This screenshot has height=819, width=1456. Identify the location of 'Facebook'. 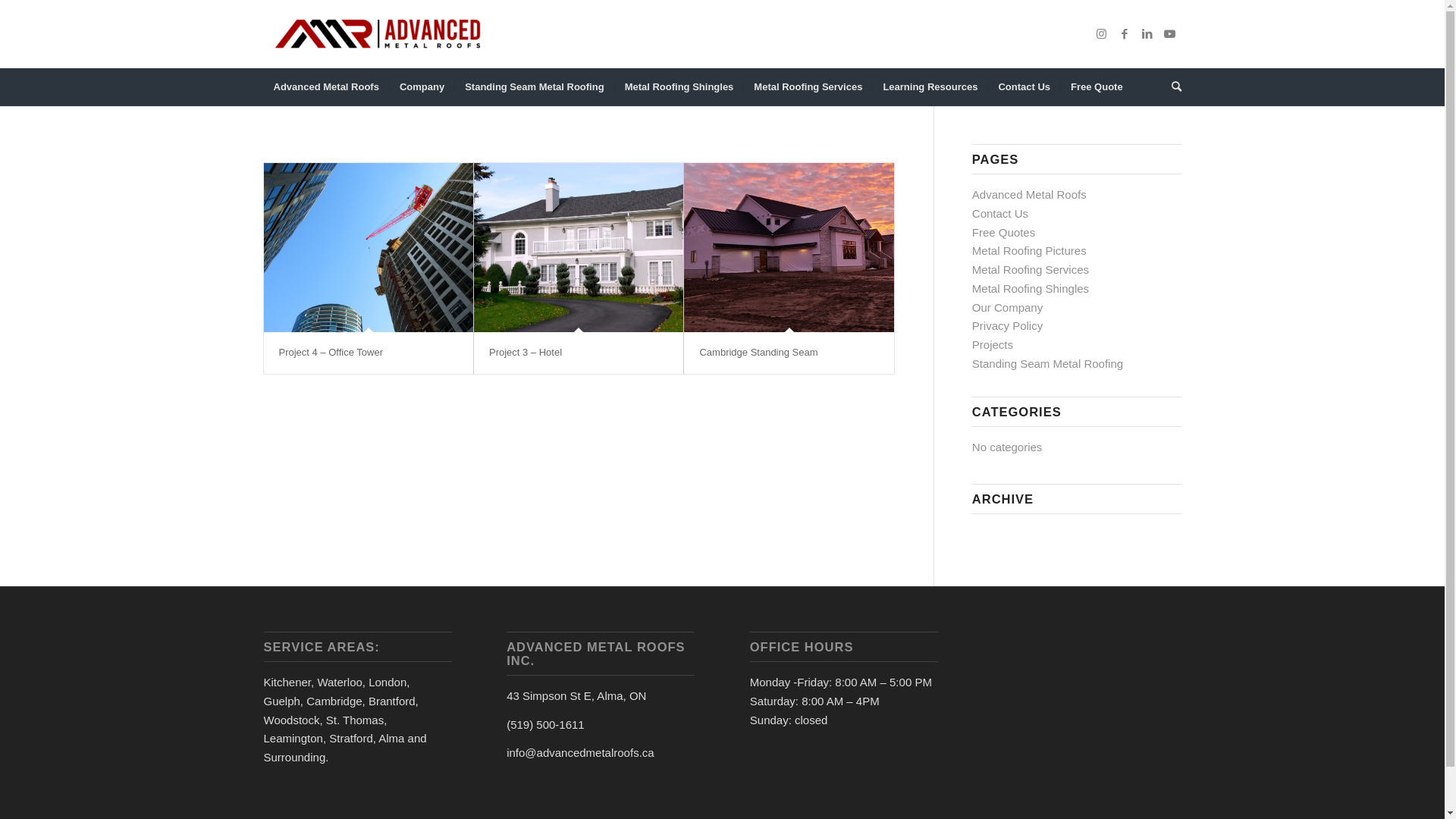
(1125, 34).